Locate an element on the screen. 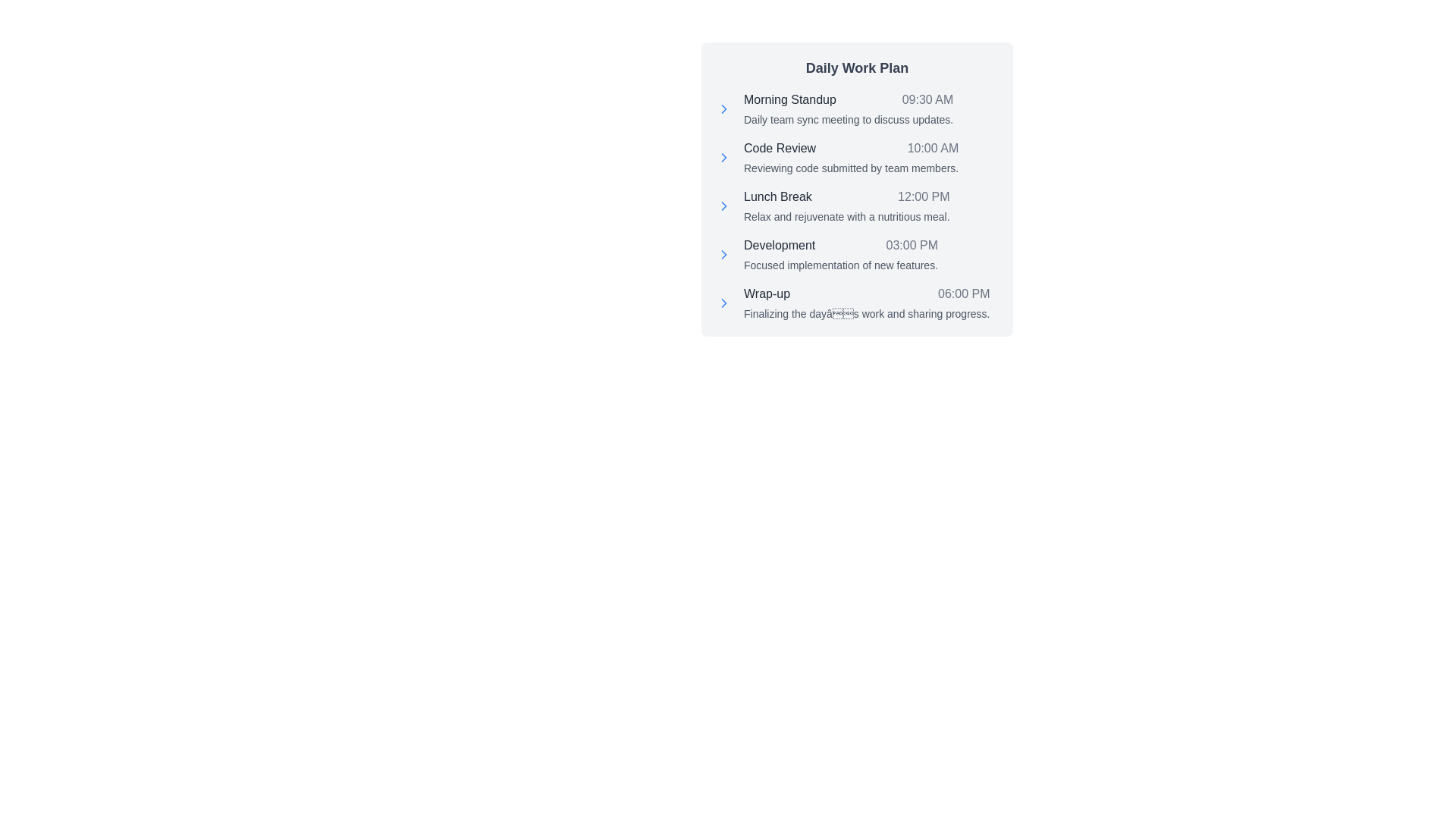 This screenshot has width=1456, height=819. the third item in the 'Daily Work Plan' section, labeled 'Lunch Break', which is centrally positioned between 'Code Review' and 'Development' is located at coordinates (857, 206).